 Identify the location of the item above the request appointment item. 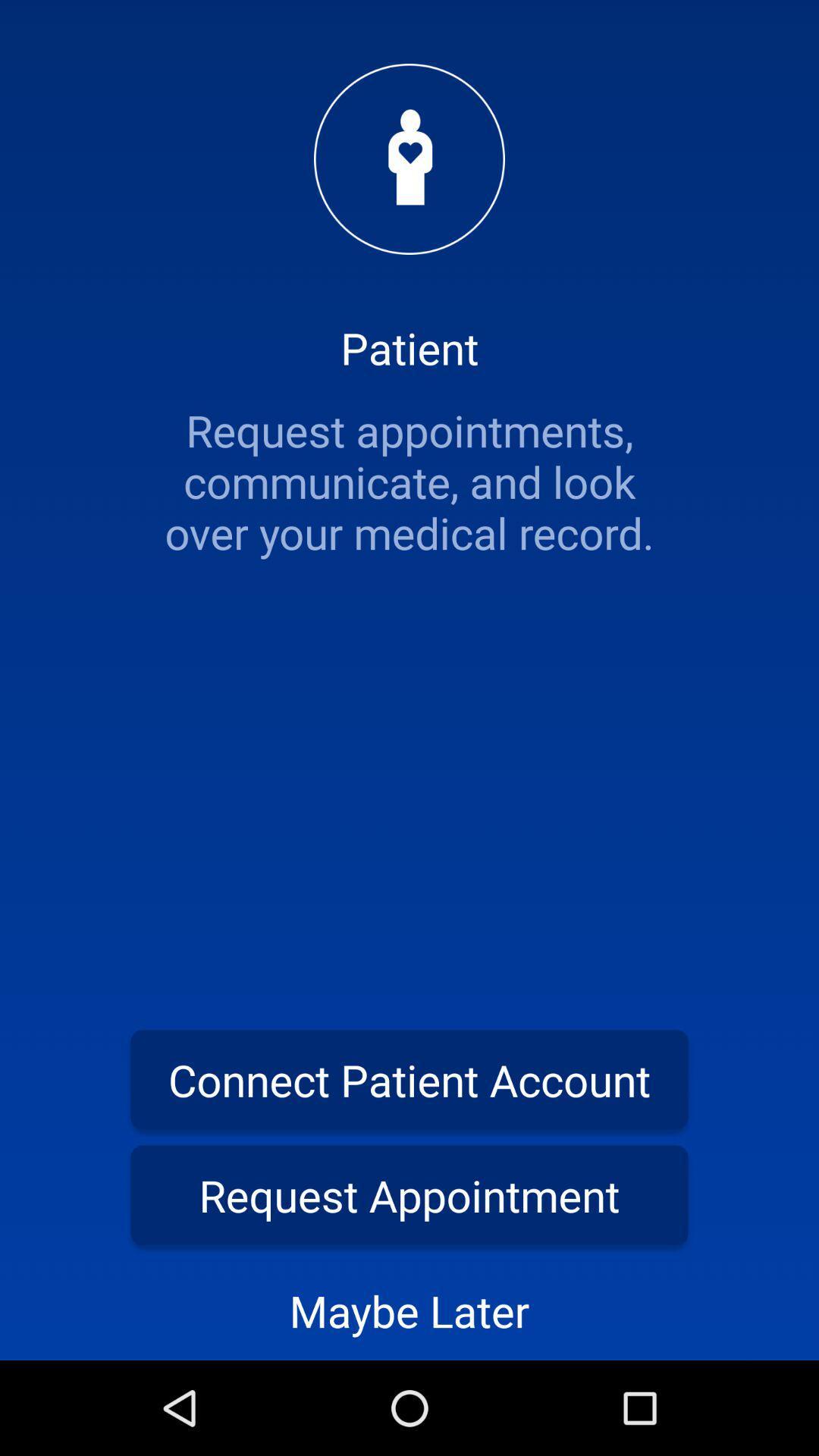
(409, 1078).